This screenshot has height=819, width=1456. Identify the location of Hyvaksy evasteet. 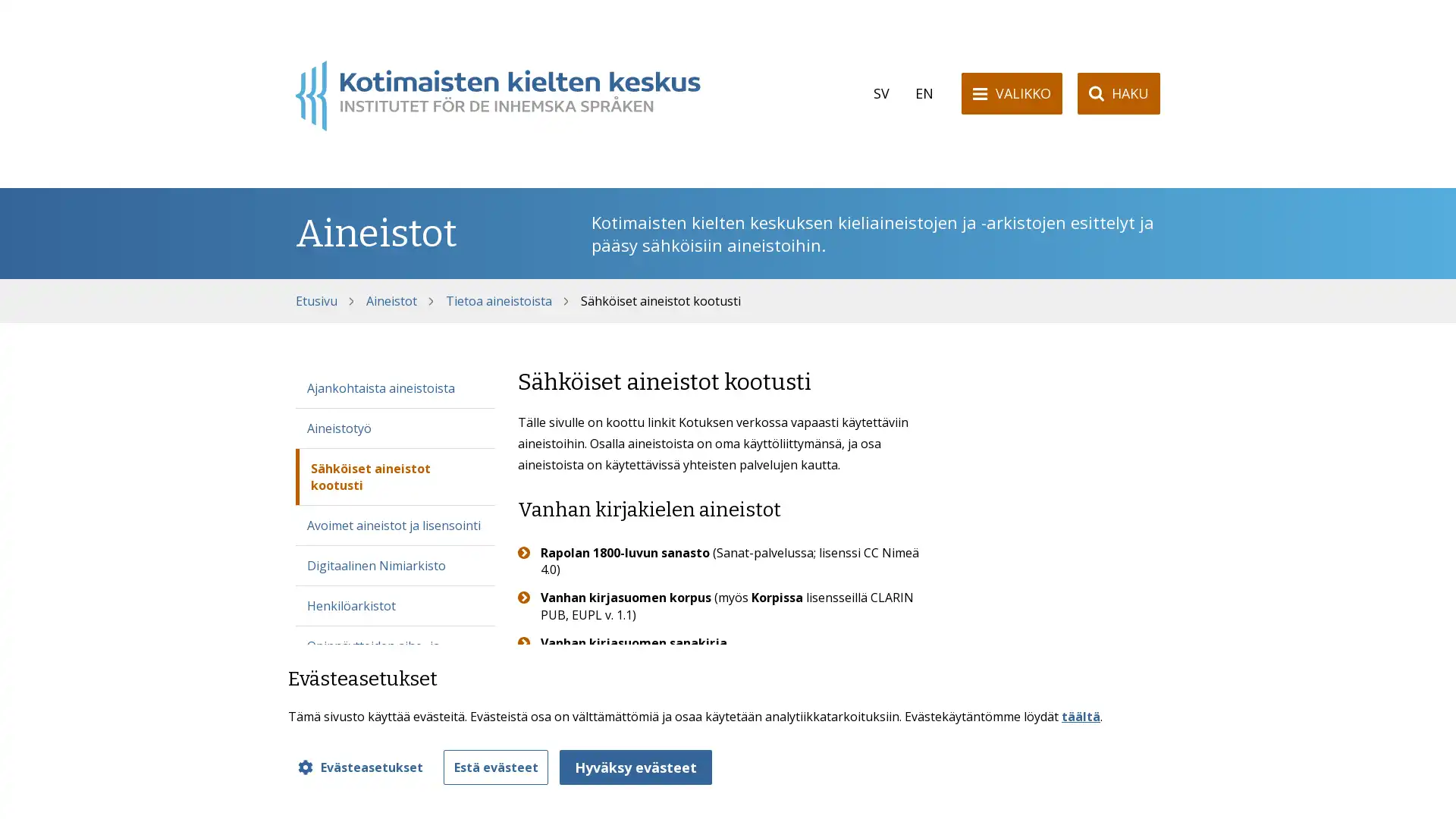
(635, 767).